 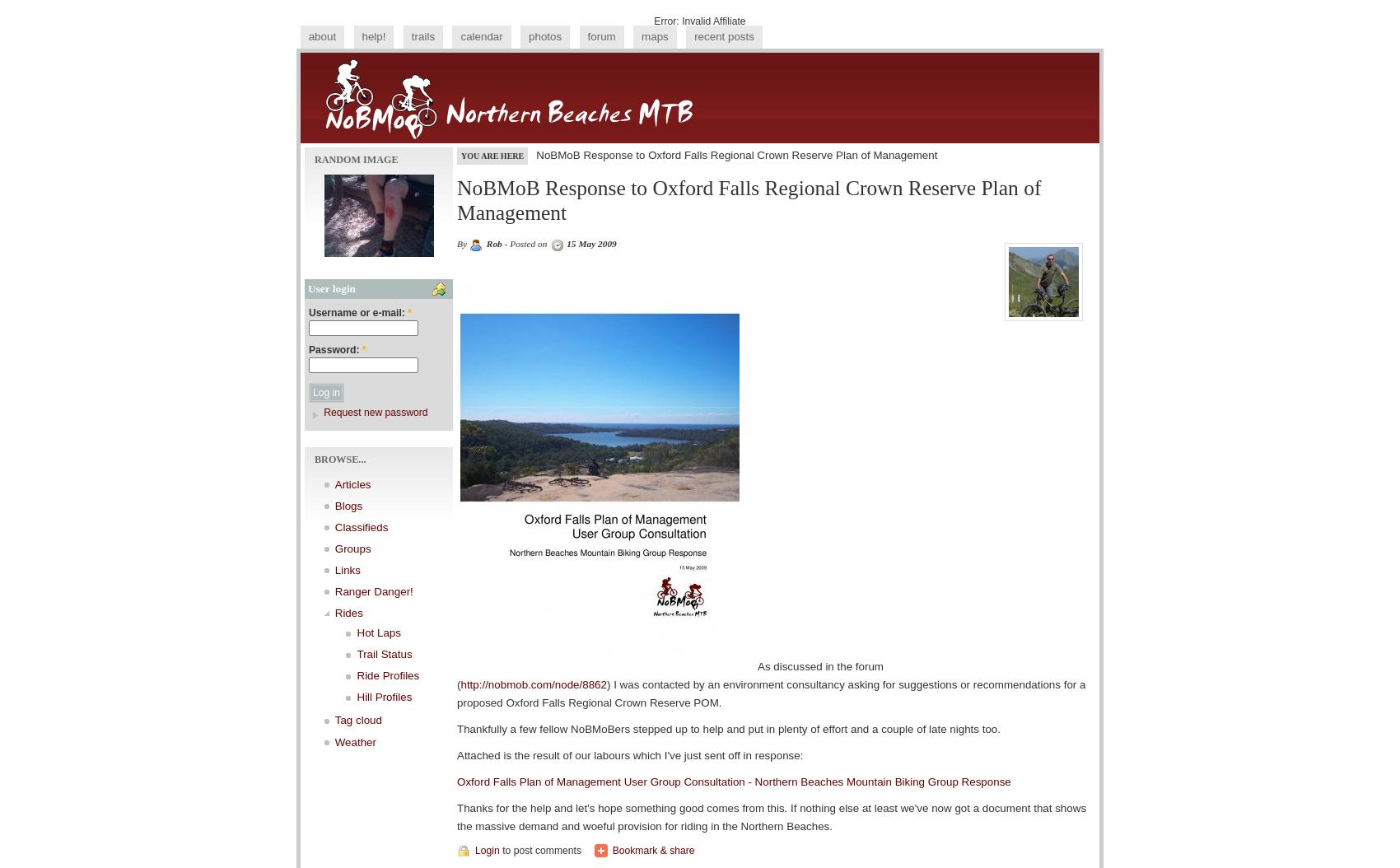 What do you see at coordinates (772, 817) in the screenshot?
I see `'Thanks for the help and let's hope something good comes from this. If nothing else at least we've now got a document that shows the massive demand and woeful provision for riding in the Northern Beaches.'` at bounding box center [772, 817].